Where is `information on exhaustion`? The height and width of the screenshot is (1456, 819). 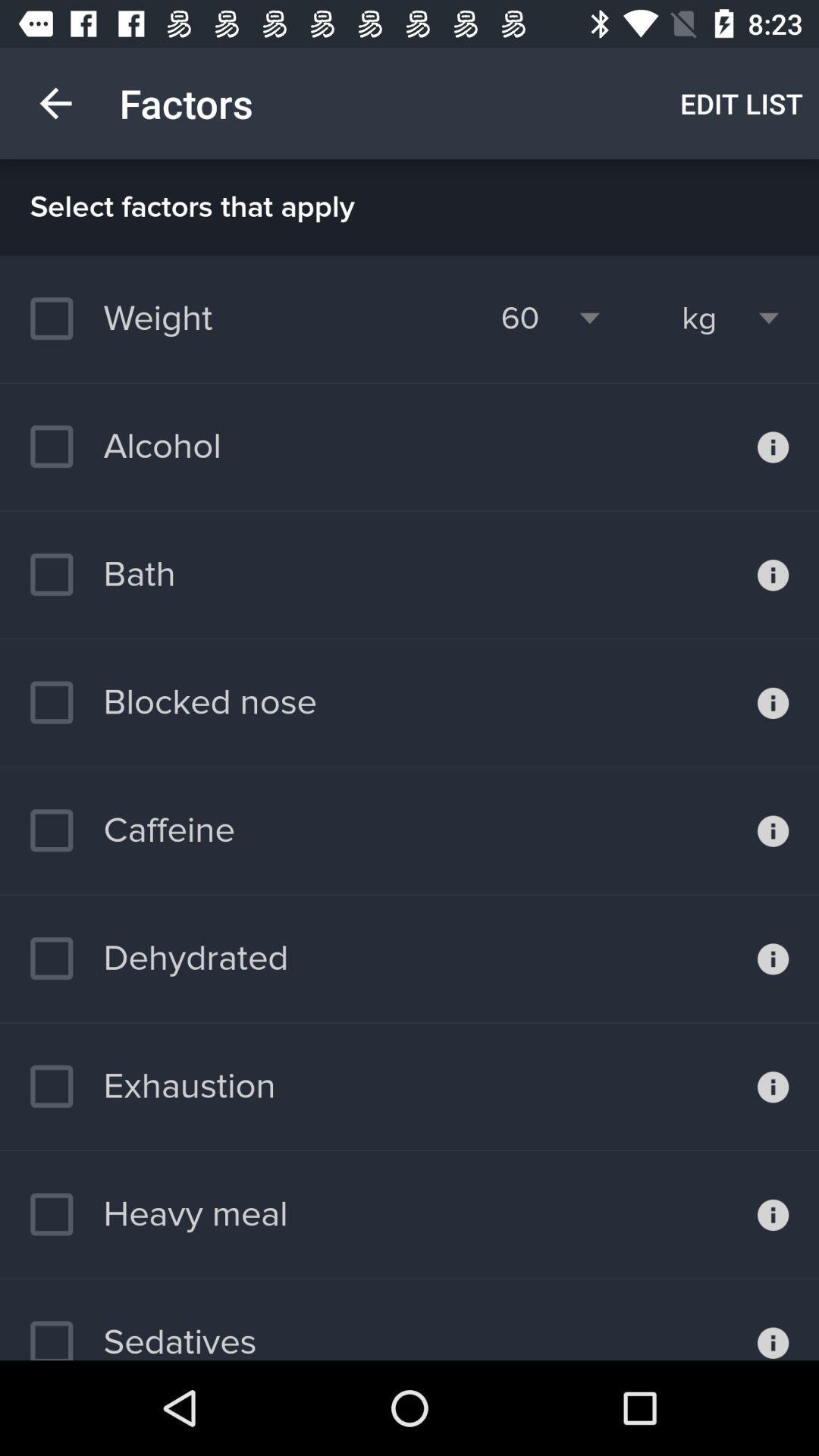 information on exhaustion is located at coordinates (773, 1086).